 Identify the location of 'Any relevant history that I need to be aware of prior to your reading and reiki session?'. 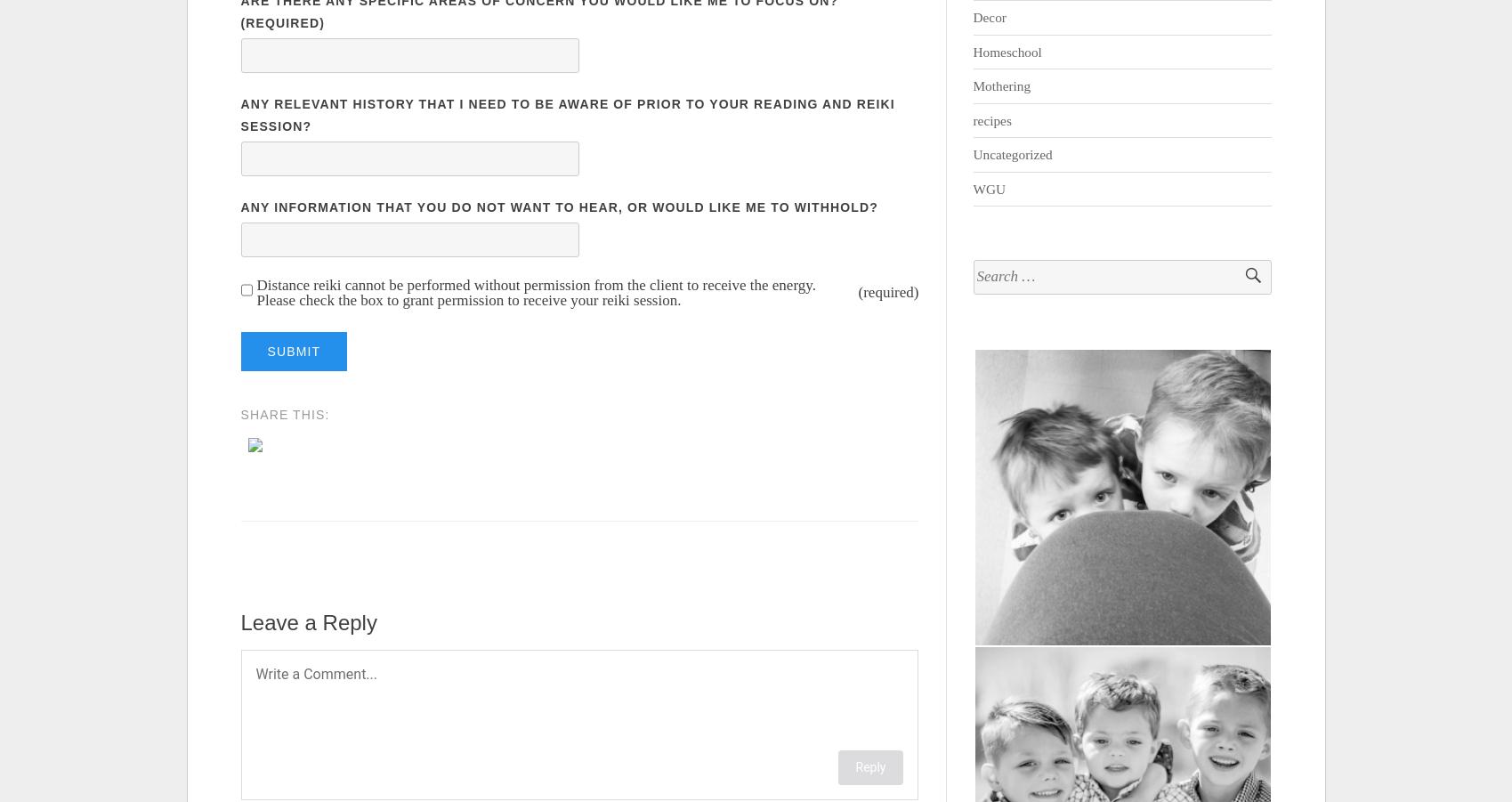
(567, 115).